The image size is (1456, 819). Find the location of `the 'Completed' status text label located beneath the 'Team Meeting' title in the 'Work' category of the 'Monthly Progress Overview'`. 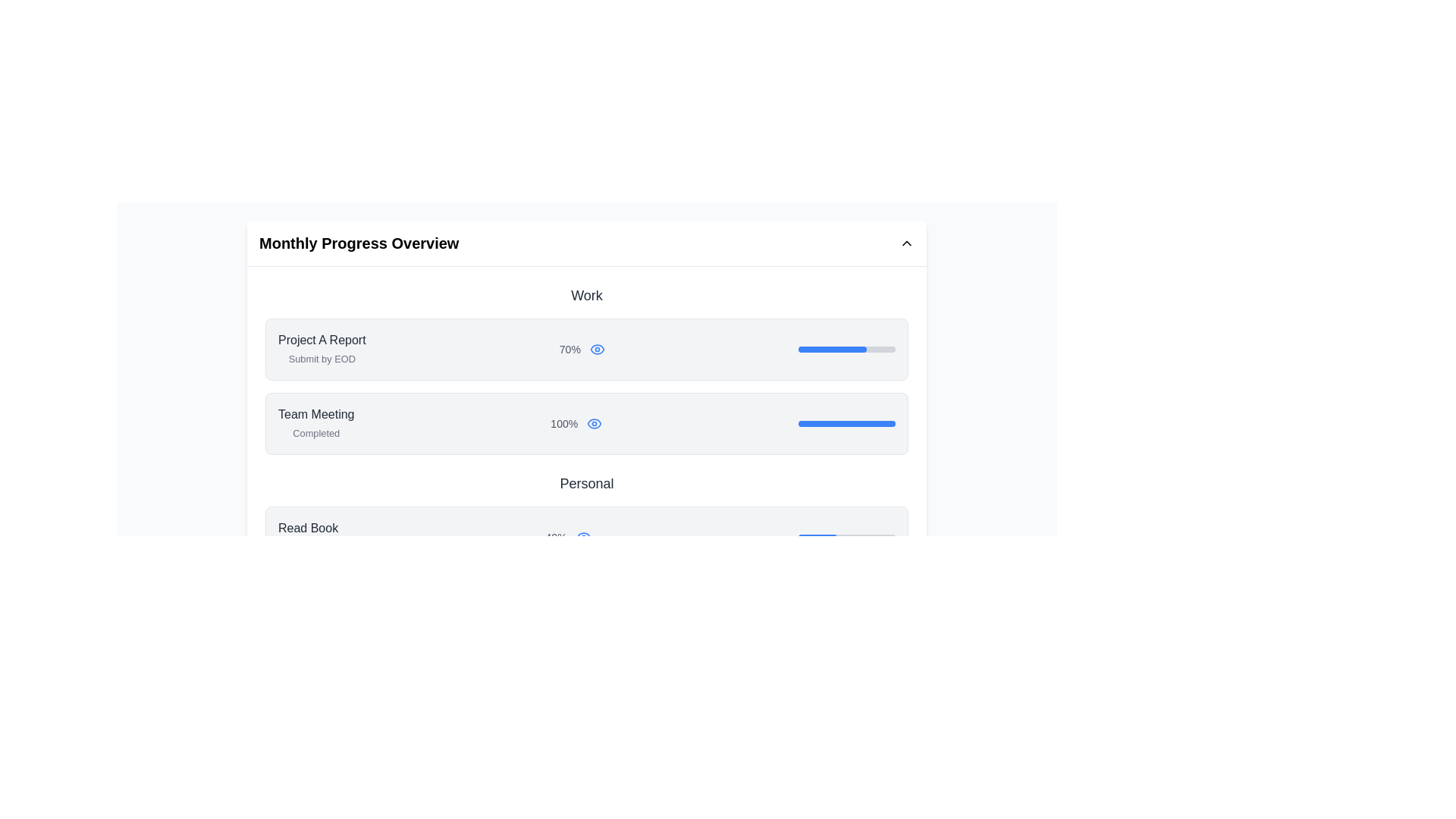

the 'Completed' status text label located beneath the 'Team Meeting' title in the 'Work' category of the 'Monthly Progress Overview' is located at coordinates (315, 433).